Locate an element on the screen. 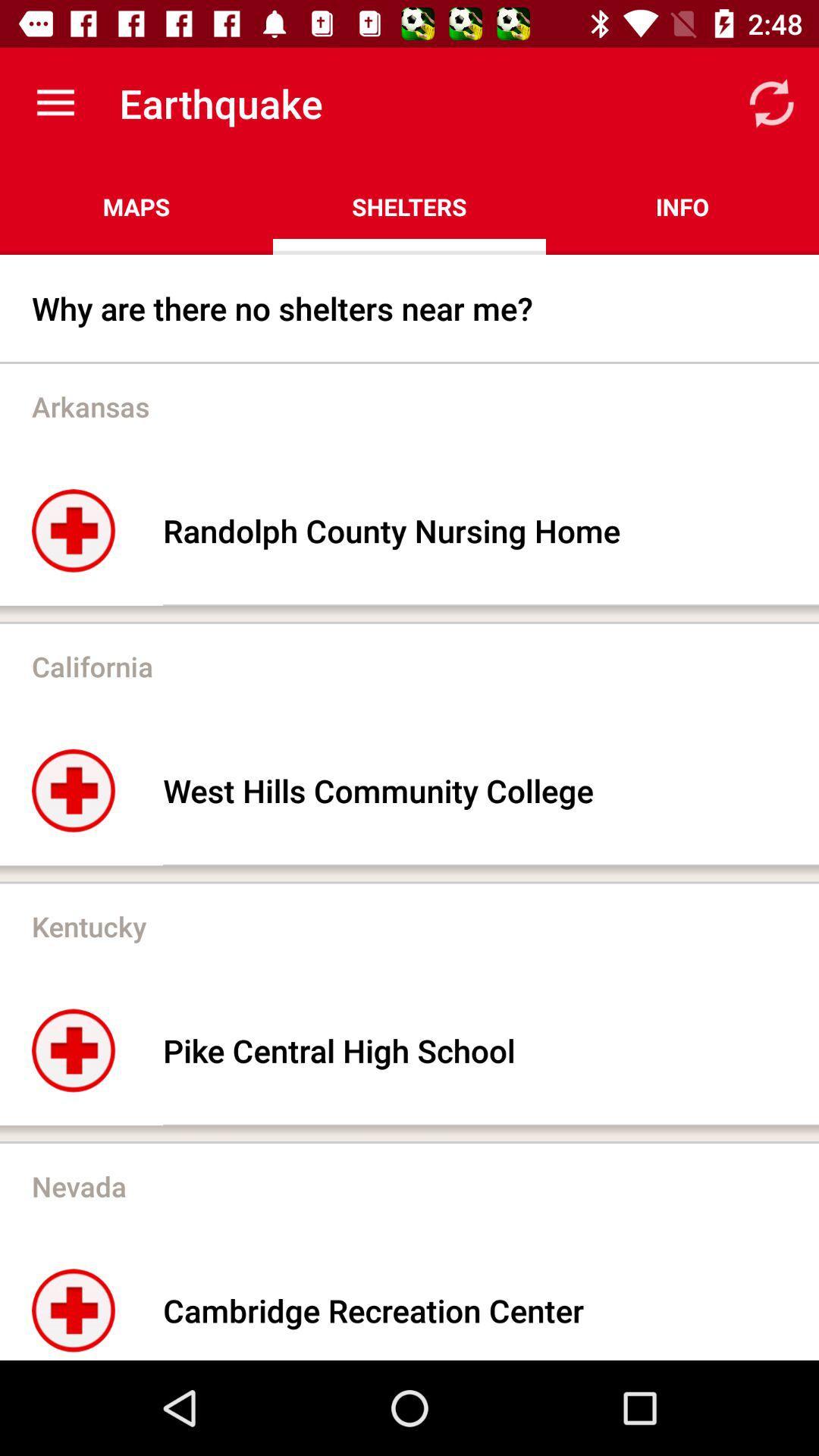 This screenshot has height=1456, width=819. the info item is located at coordinates (681, 206).